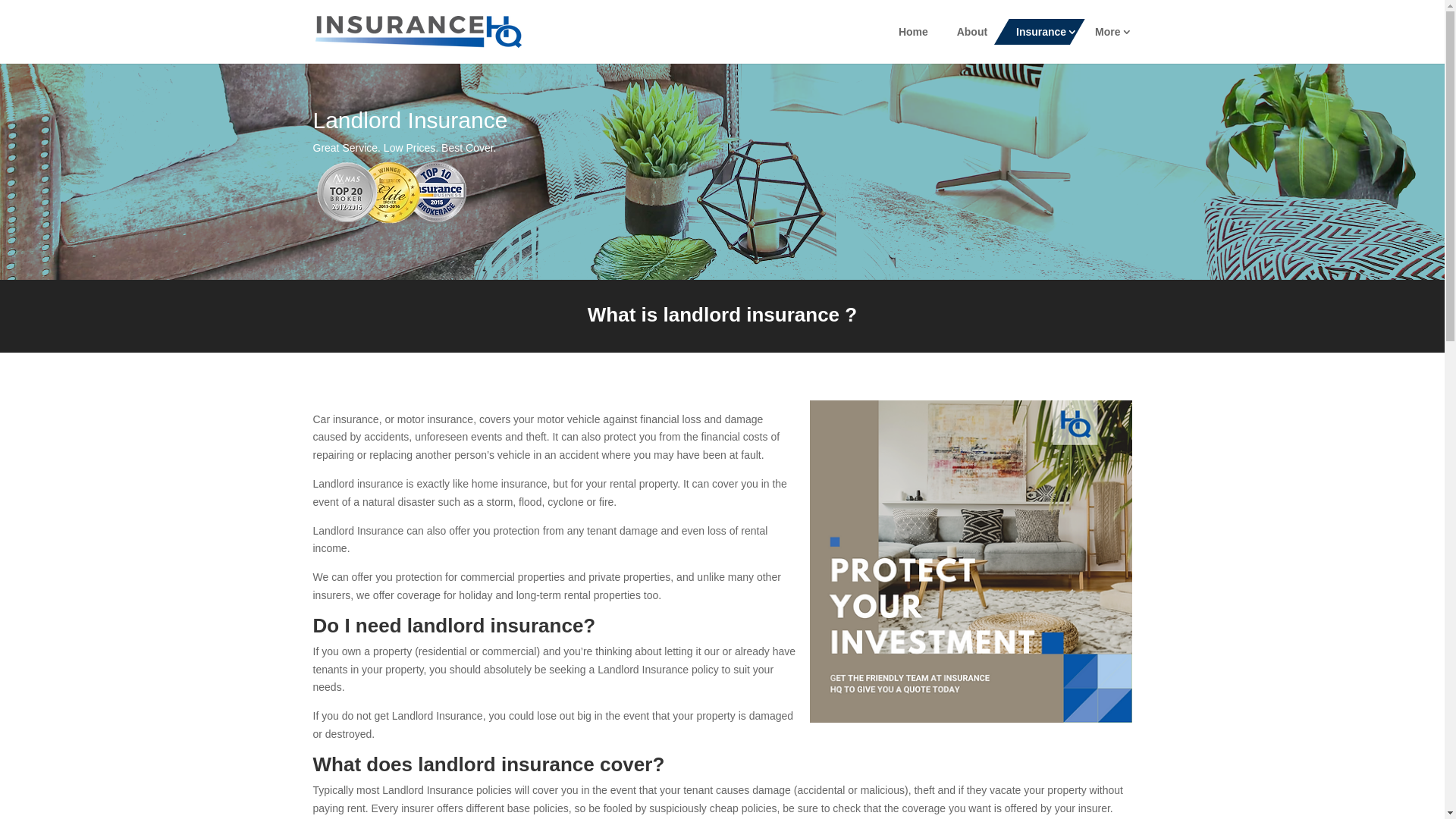 The image size is (1456, 819). Describe the element at coordinates (971, 32) in the screenshot. I see `'About'` at that location.